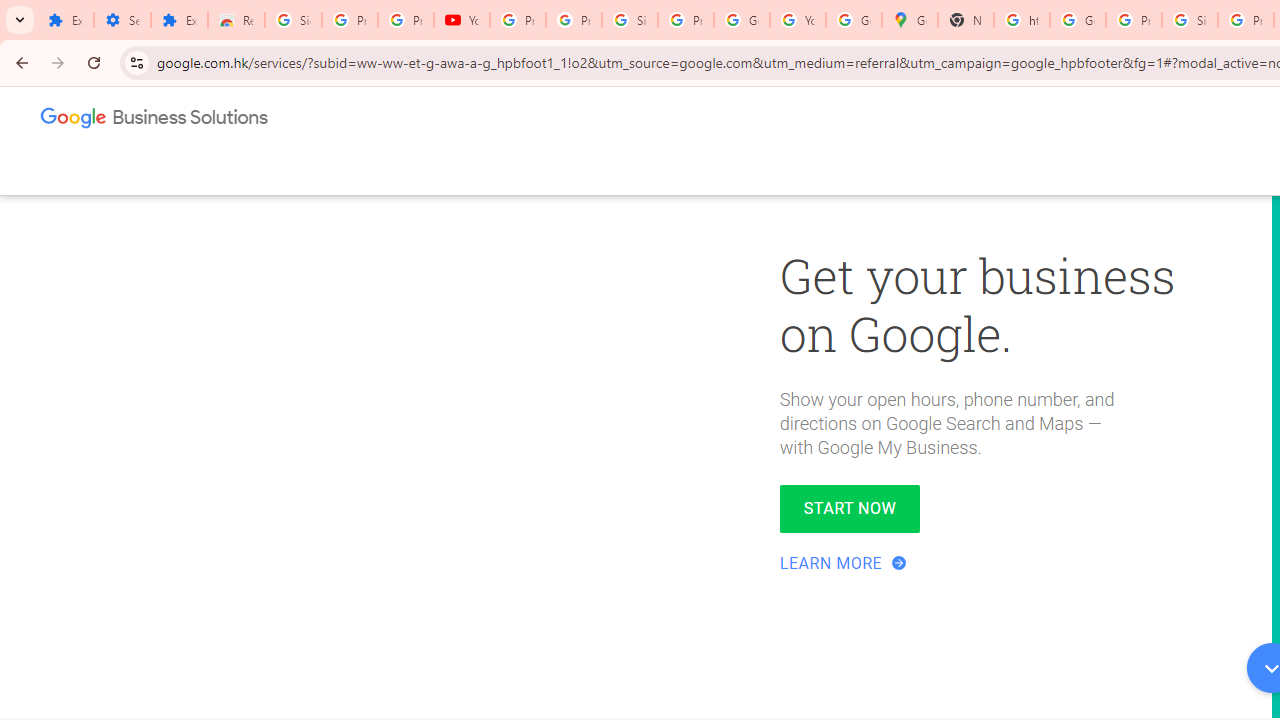  I want to click on 'Reviews: Helix Fruit Jump Arcade Game', so click(236, 20).